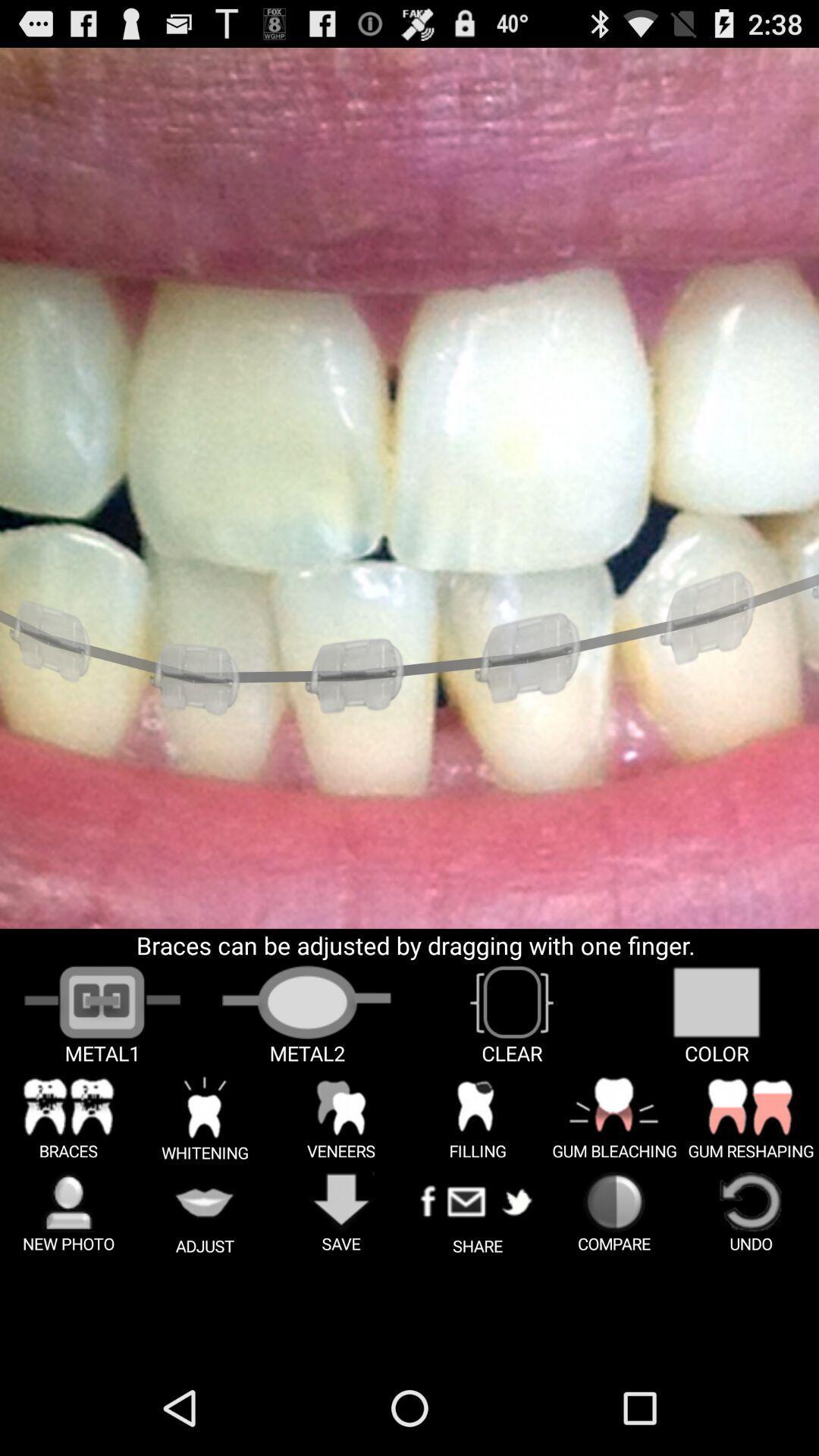 Image resolution: width=819 pixels, height=1456 pixels. What do you see at coordinates (307, 1015) in the screenshot?
I see `the image of the metal 2` at bounding box center [307, 1015].